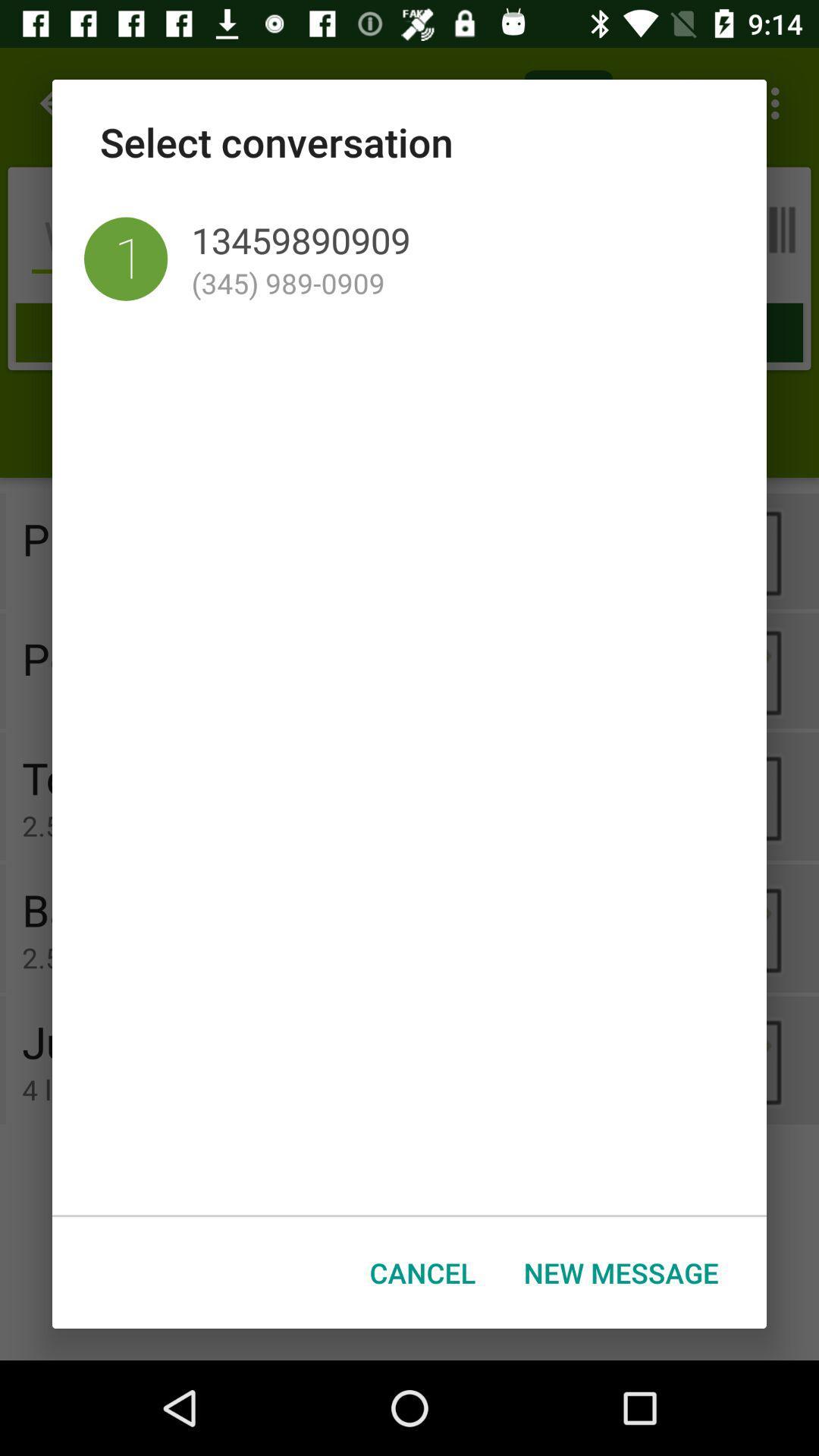  What do you see at coordinates (422, 1272) in the screenshot?
I see `button next to new message item` at bounding box center [422, 1272].